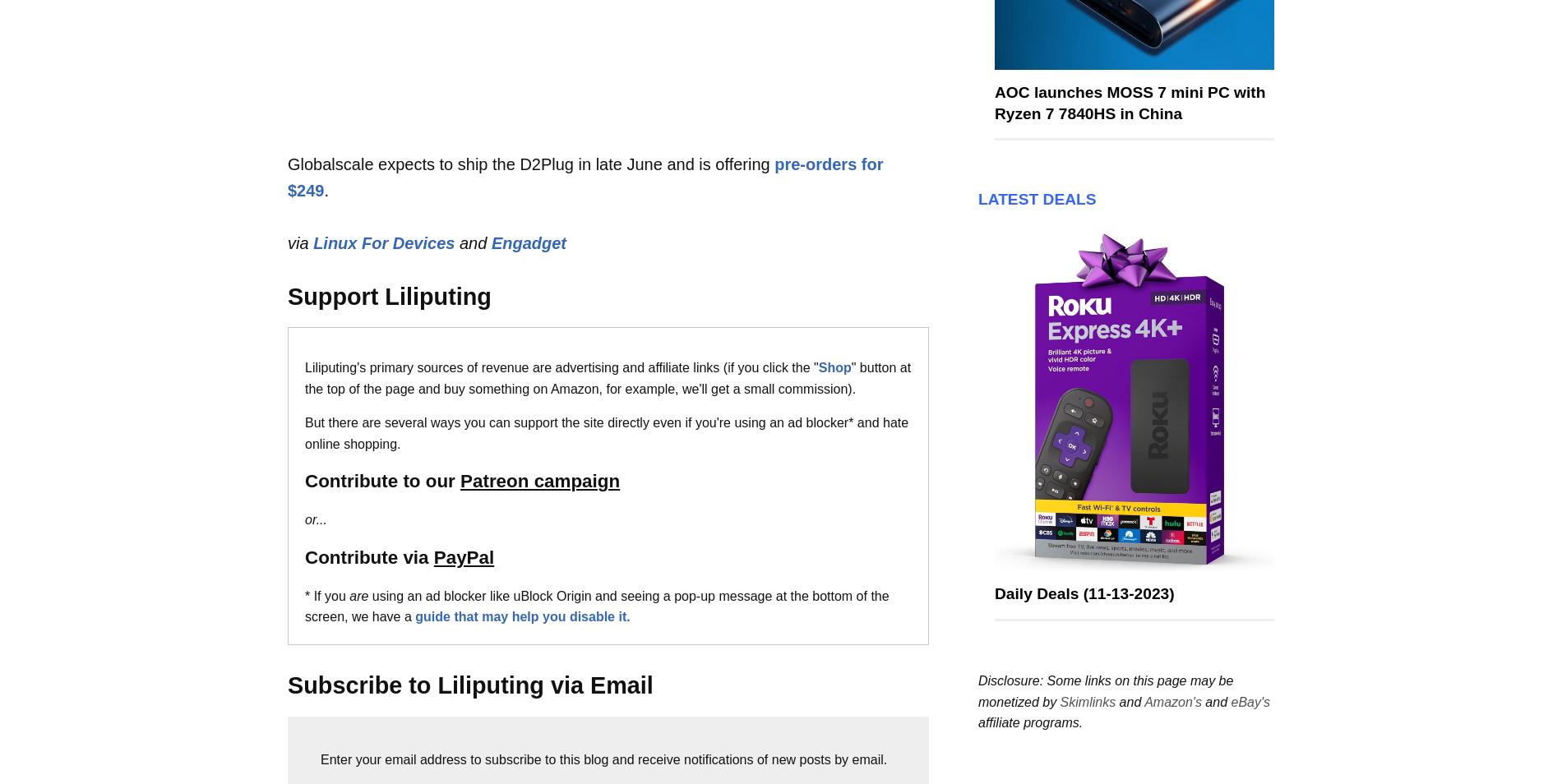 The height and width of the screenshot is (784, 1562). I want to click on 'PayPal', so click(463, 556).